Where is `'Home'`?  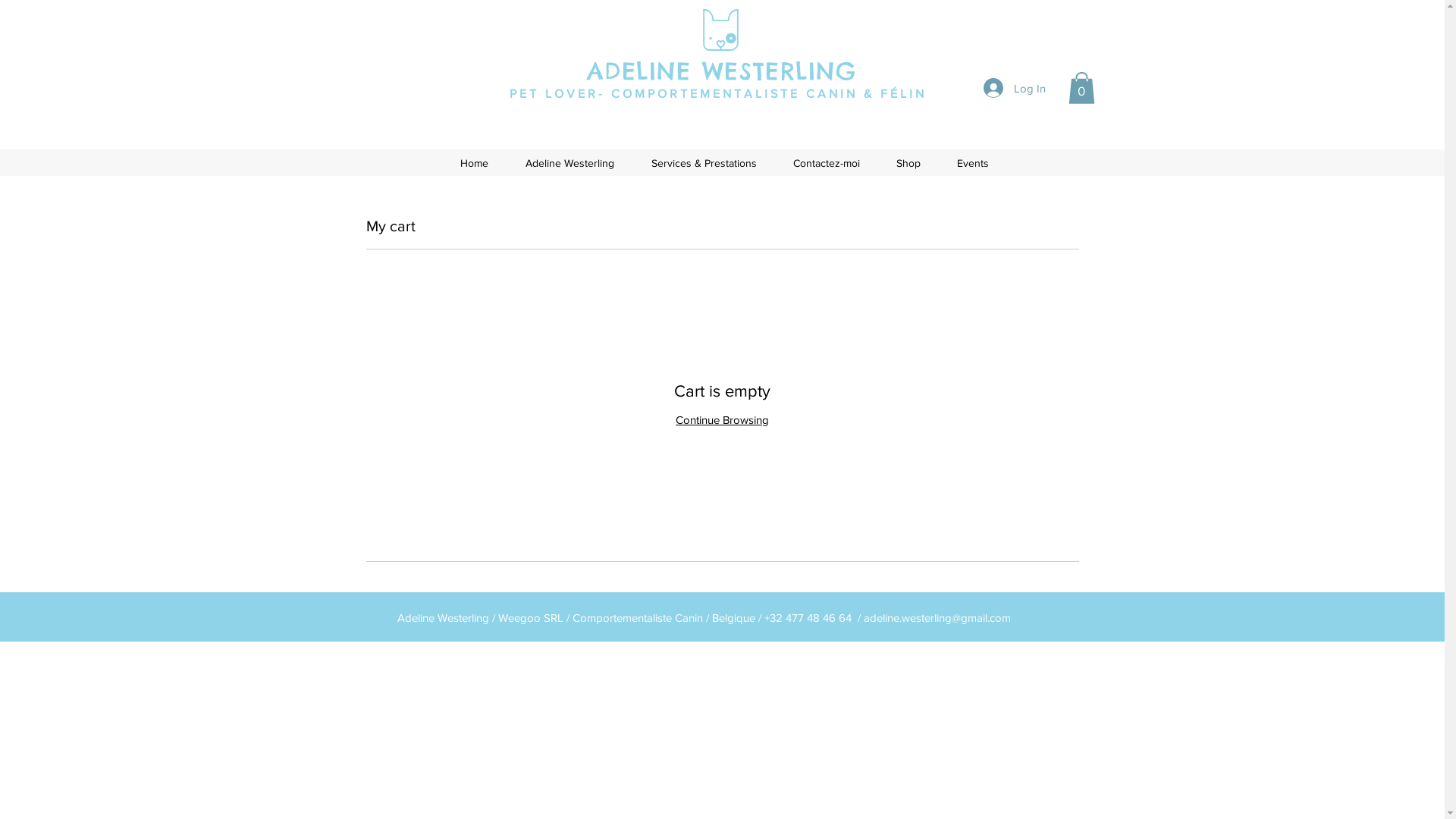 'Home' is located at coordinates (472, 163).